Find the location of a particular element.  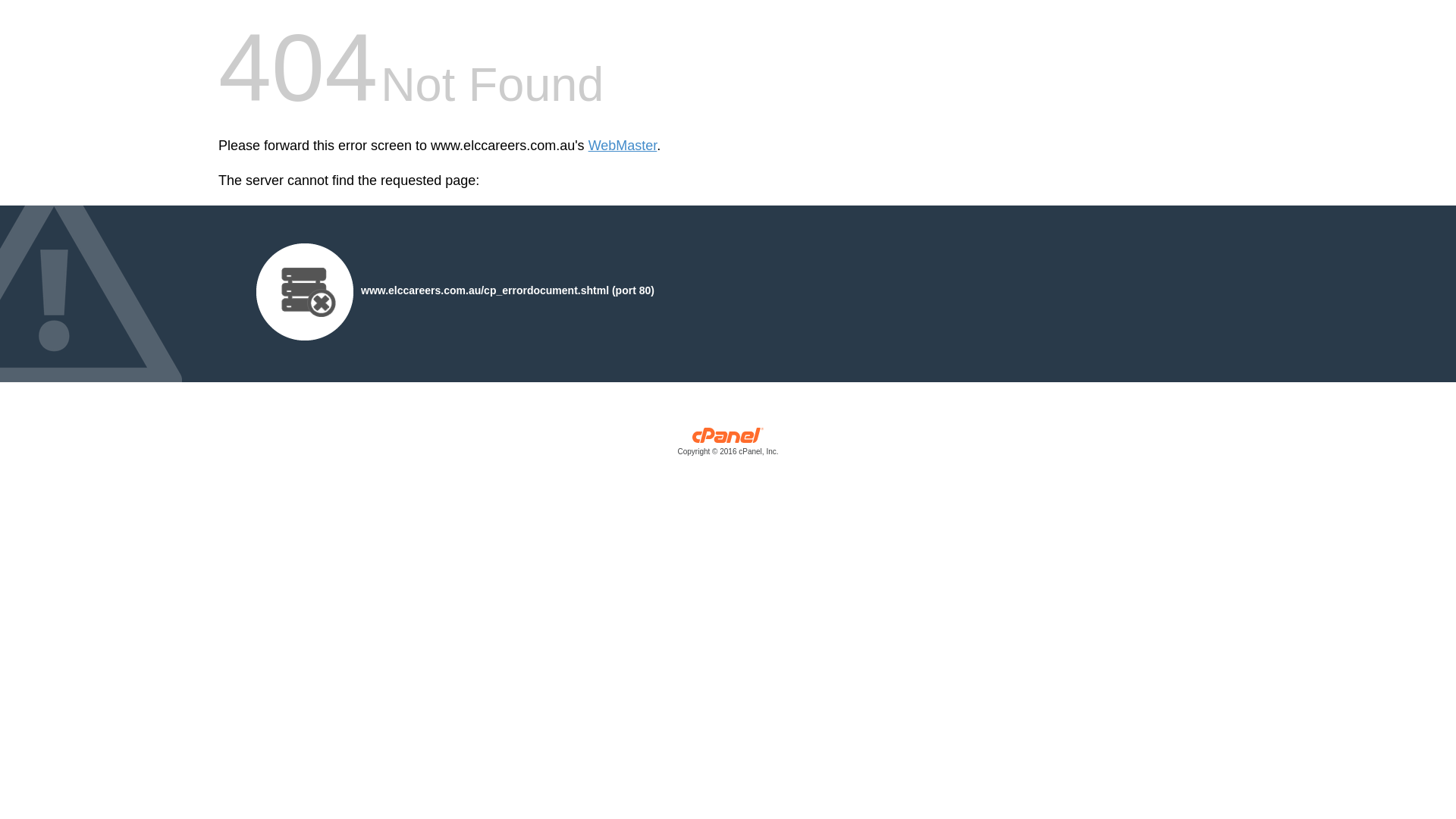

'WebMaster' is located at coordinates (623, 146).